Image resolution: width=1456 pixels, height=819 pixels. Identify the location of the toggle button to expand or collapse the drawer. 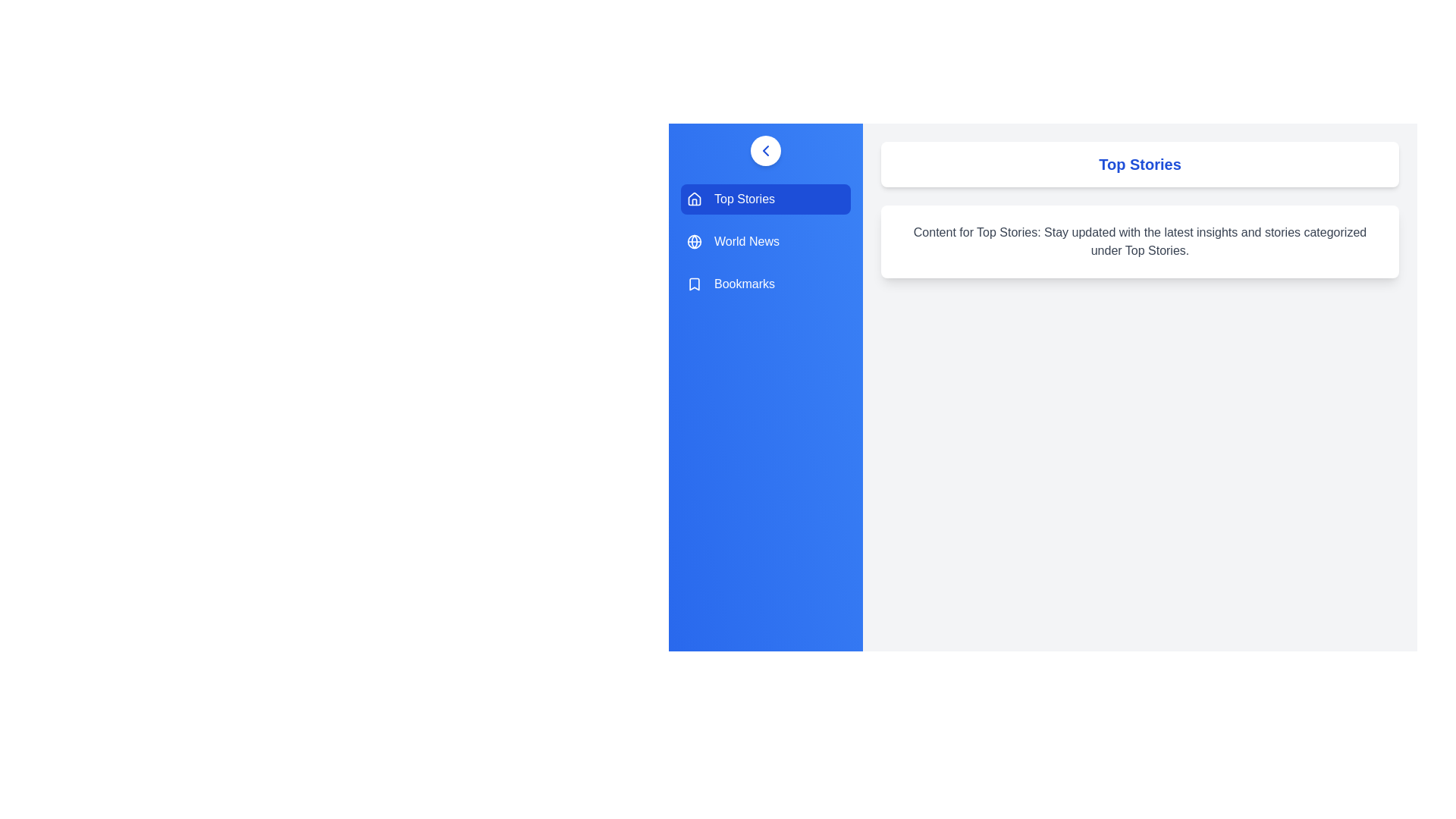
(765, 151).